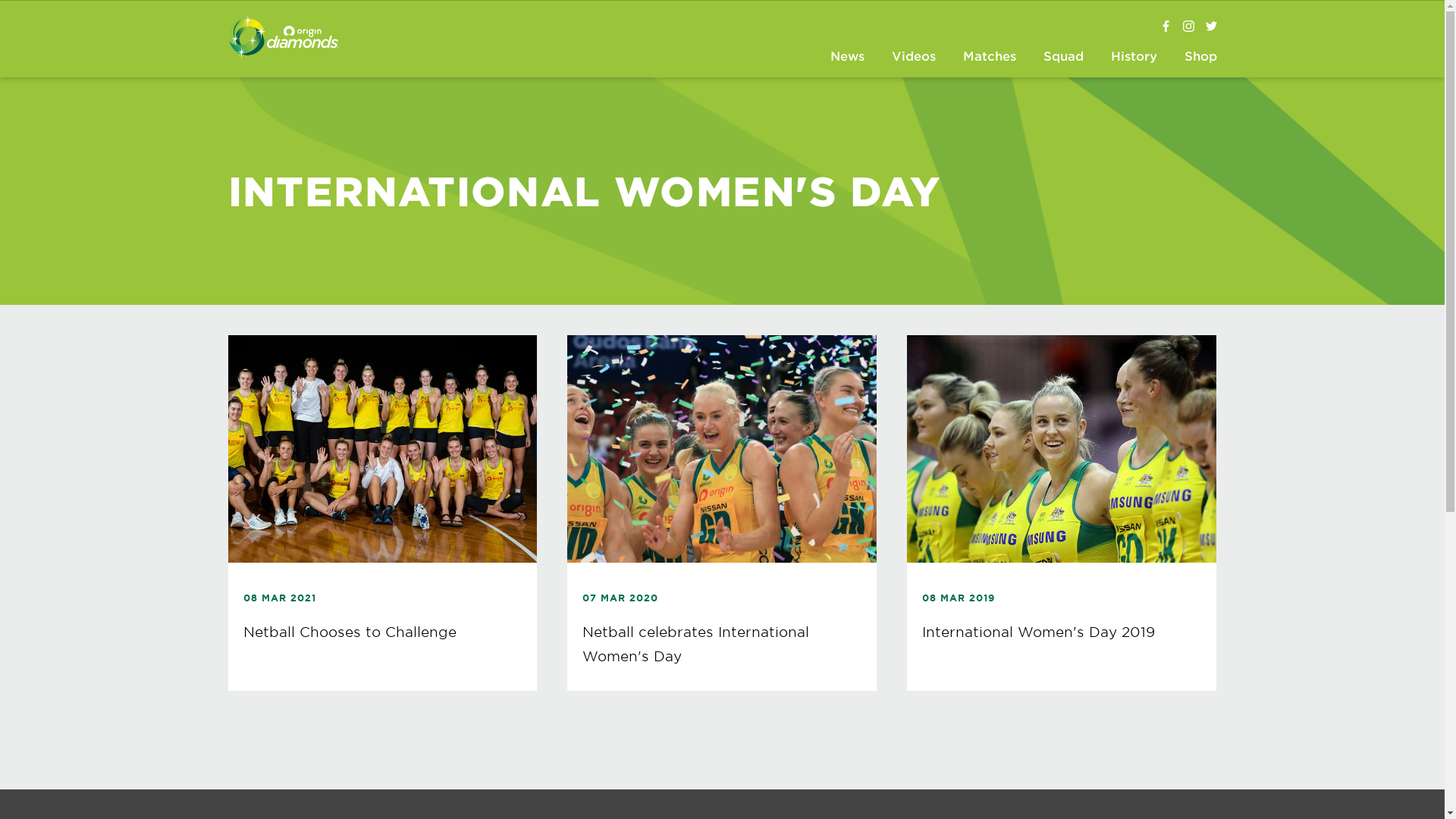  What do you see at coordinates (989, 57) in the screenshot?
I see `'Matches'` at bounding box center [989, 57].